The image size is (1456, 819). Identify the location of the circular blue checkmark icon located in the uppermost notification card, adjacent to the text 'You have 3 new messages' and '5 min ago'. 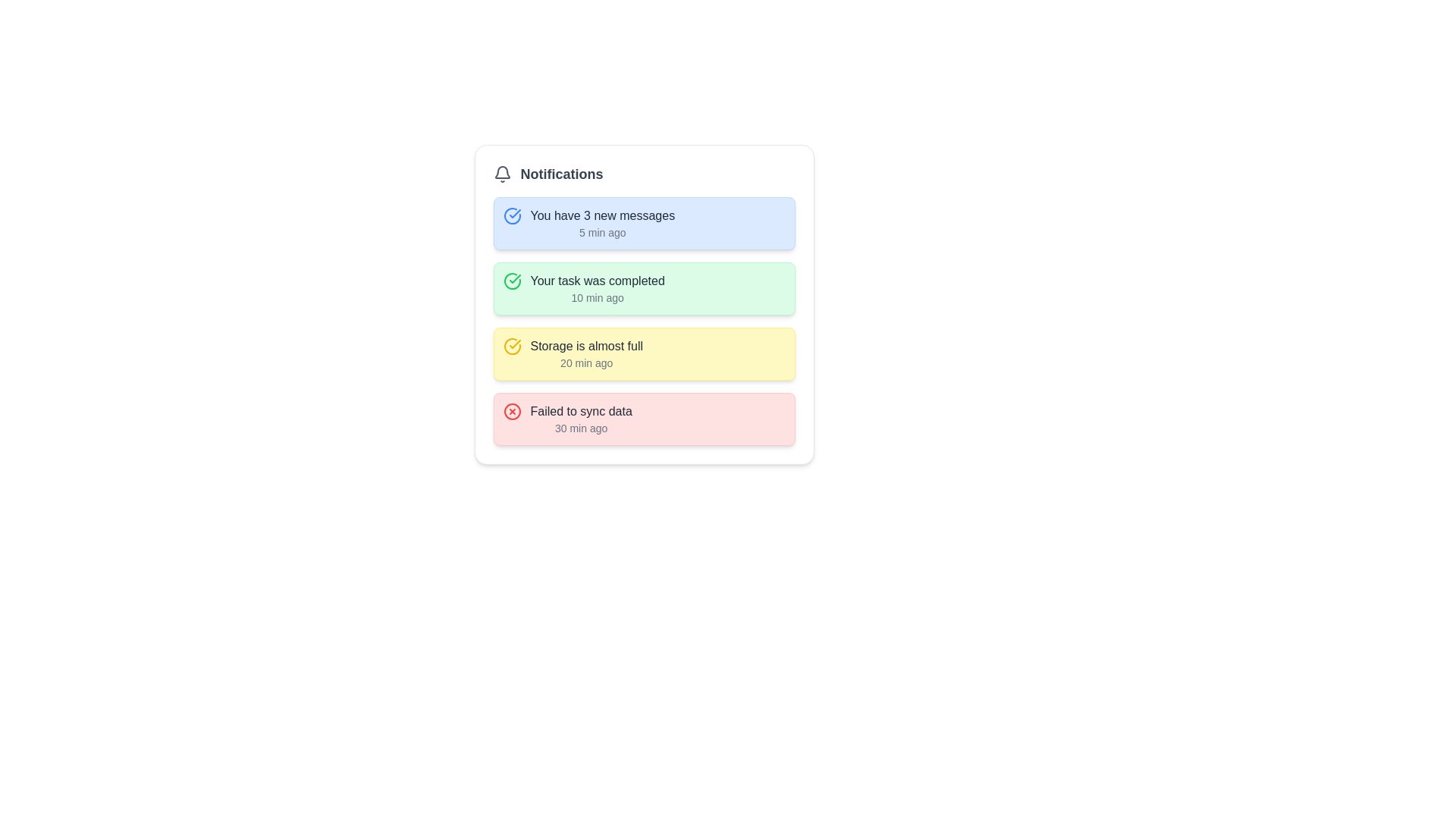
(512, 216).